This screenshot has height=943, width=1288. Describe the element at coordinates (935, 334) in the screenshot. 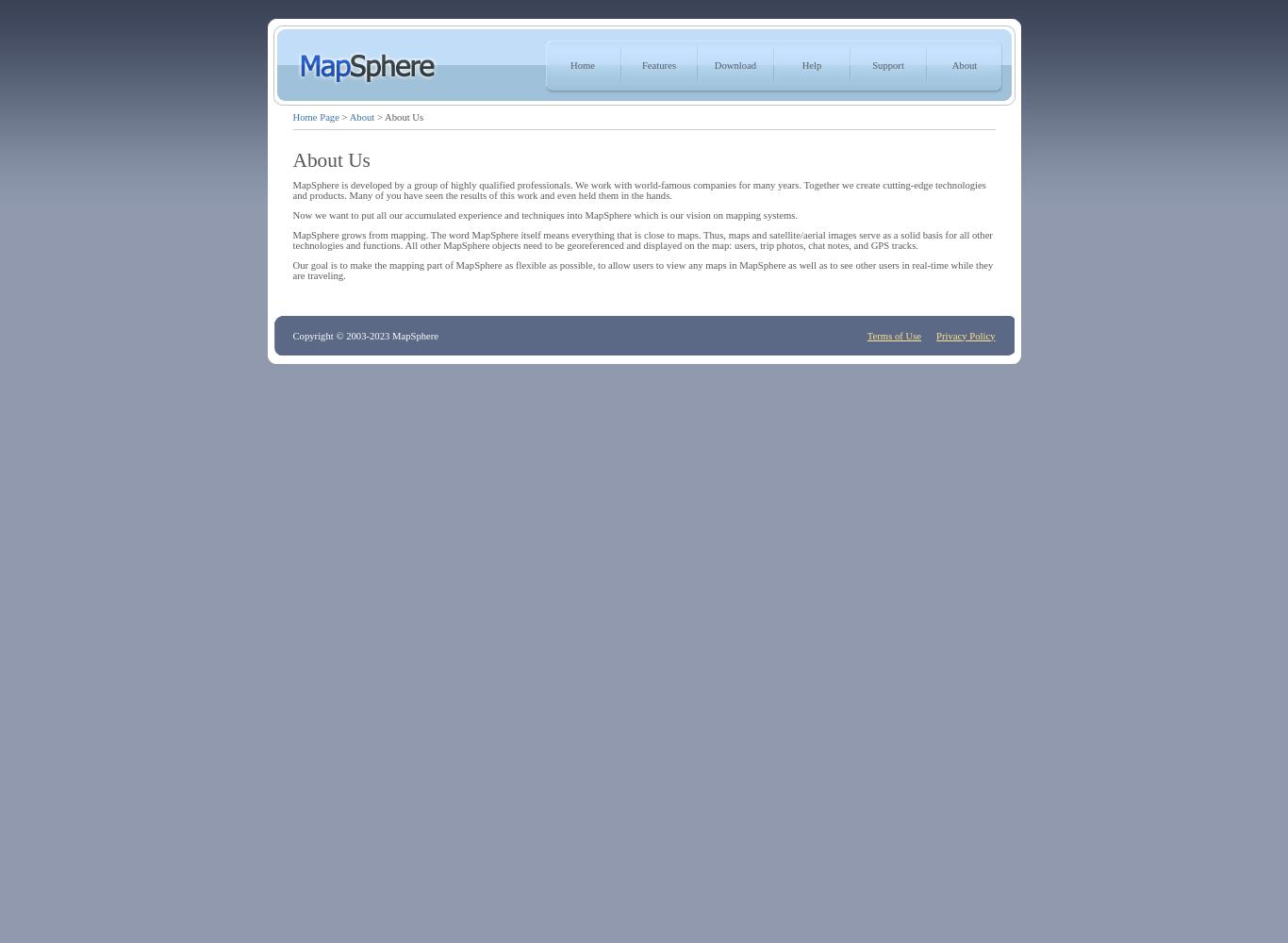

I see `'Privacy Policy'` at that location.